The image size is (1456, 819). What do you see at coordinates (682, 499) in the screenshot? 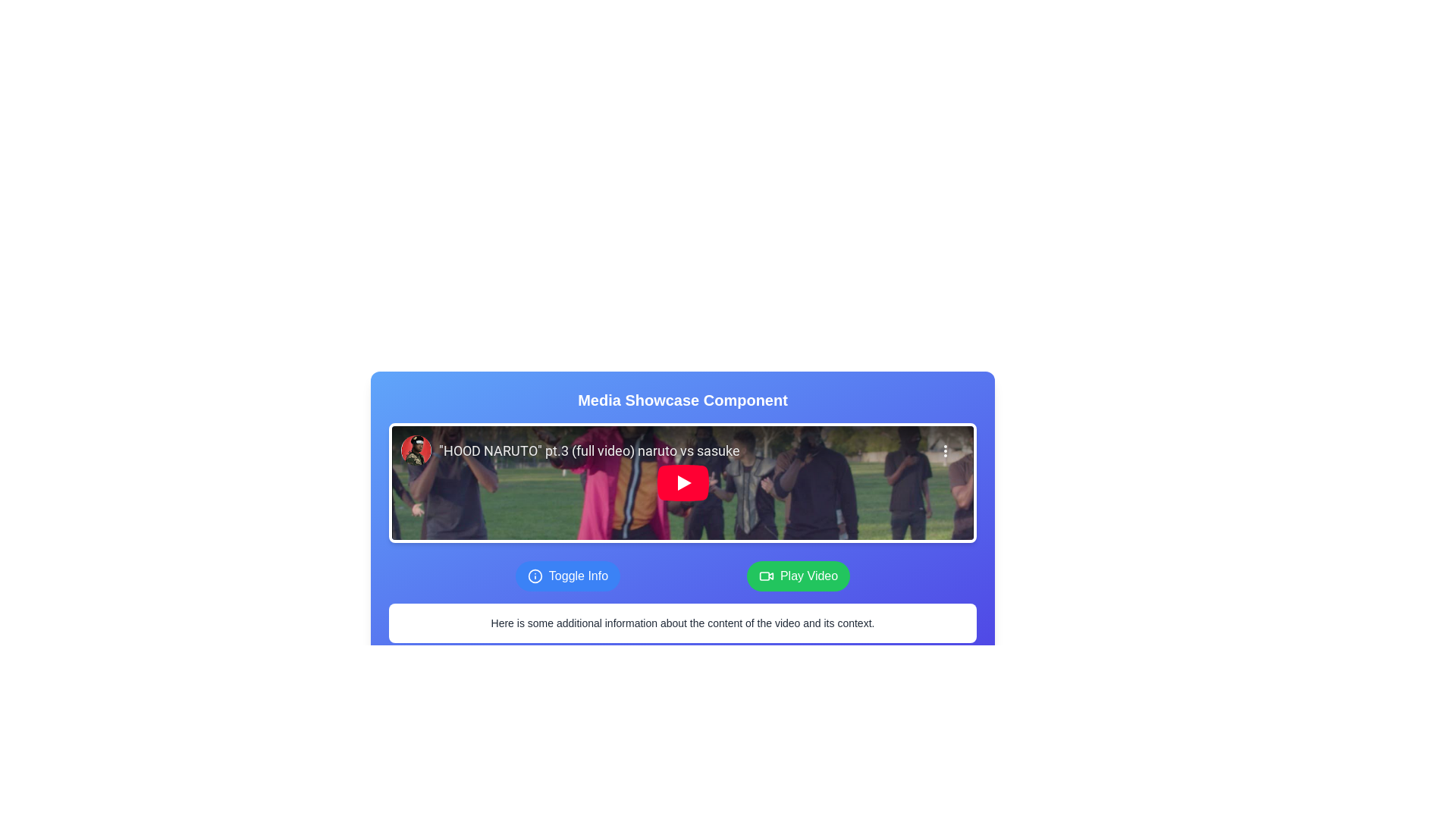
I see `the media showcase component that displays a video and its controls, located centrally in the interface` at bounding box center [682, 499].